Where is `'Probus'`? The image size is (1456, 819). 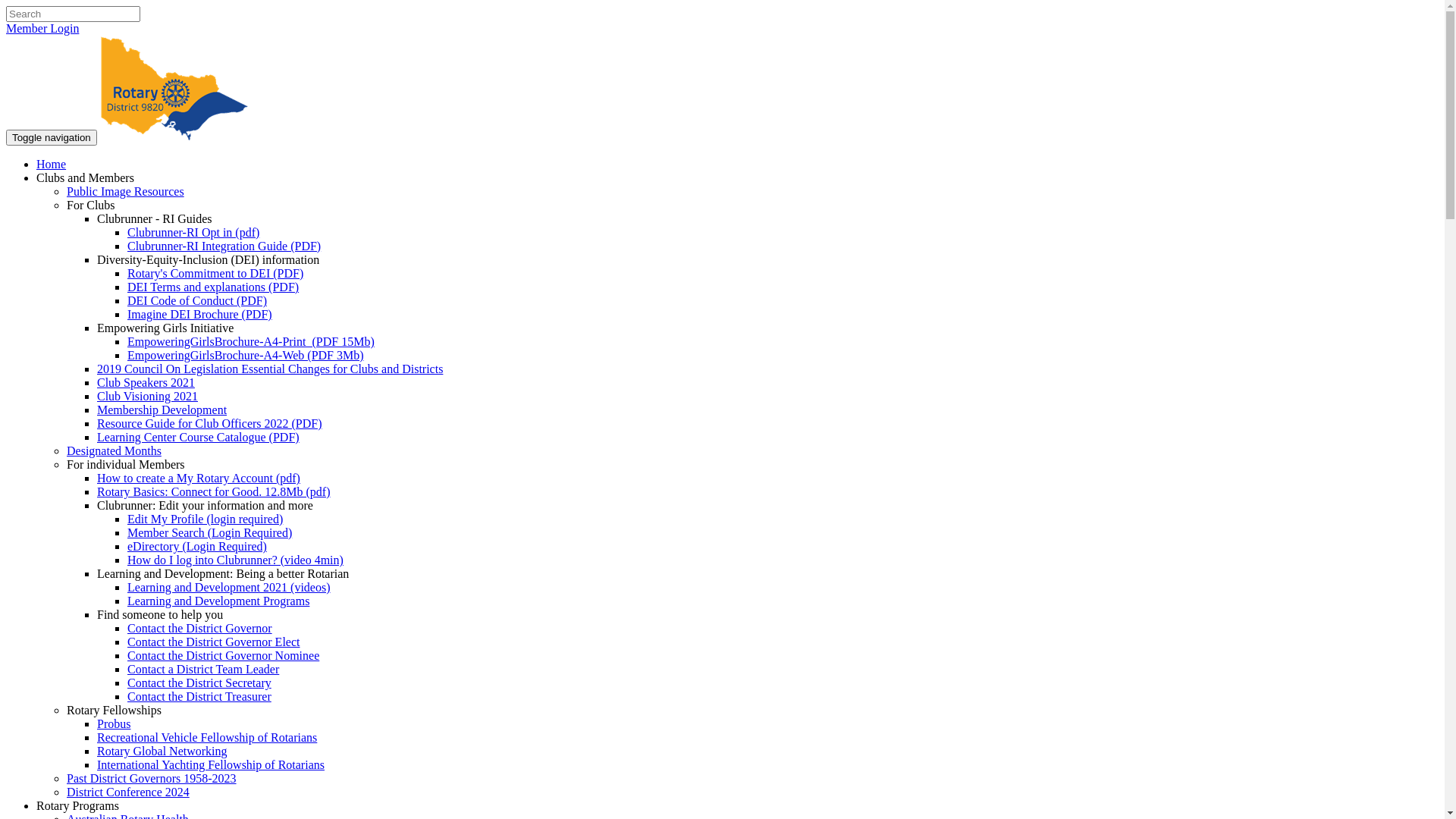
'Probus' is located at coordinates (112, 723).